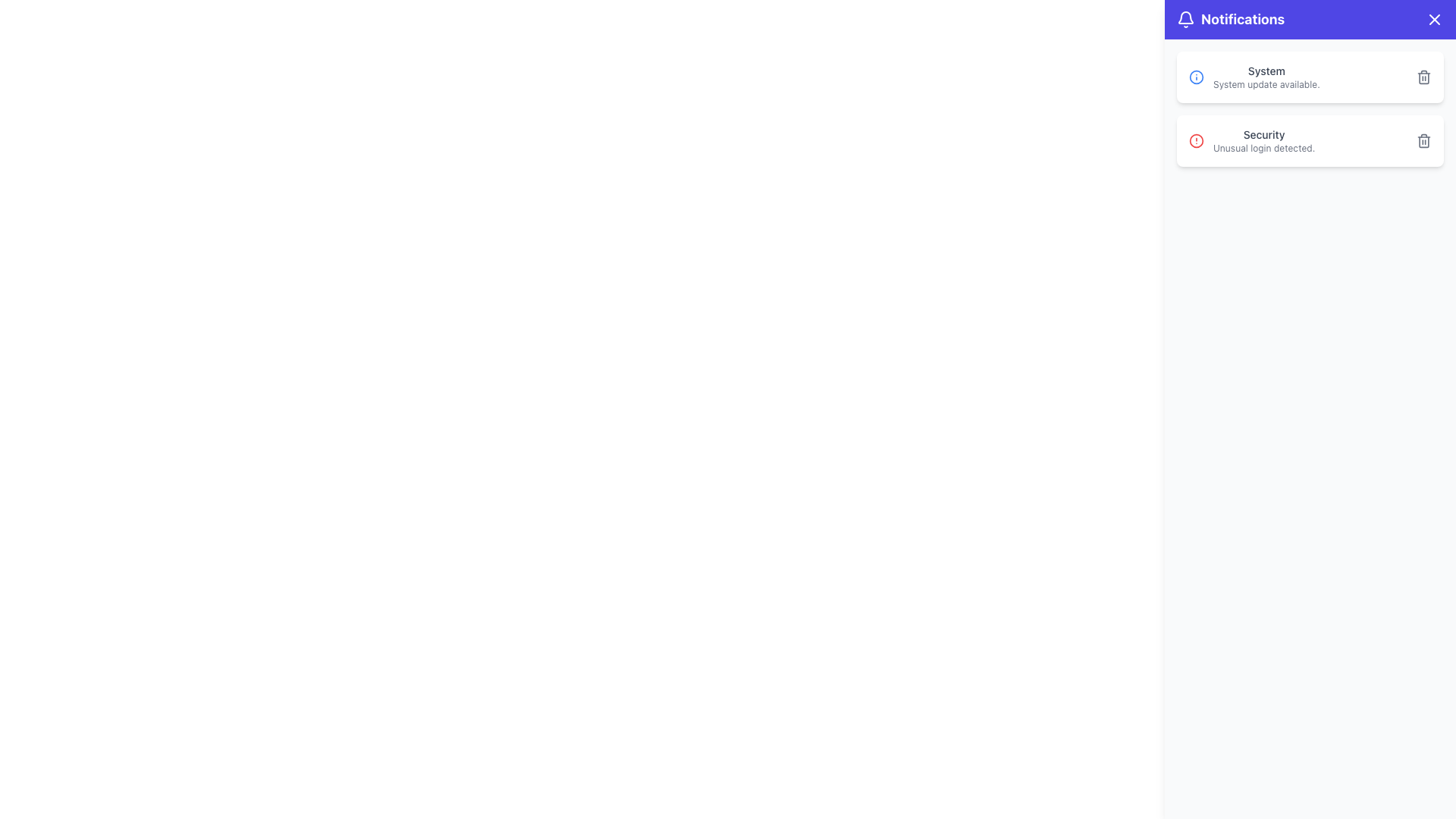  What do you see at coordinates (1266, 84) in the screenshot?
I see `text from the label that states 'System update available.' which is styled in a small gray font and is positioned below the 'System' heading in the notification card` at bounding box center [1266, 84].